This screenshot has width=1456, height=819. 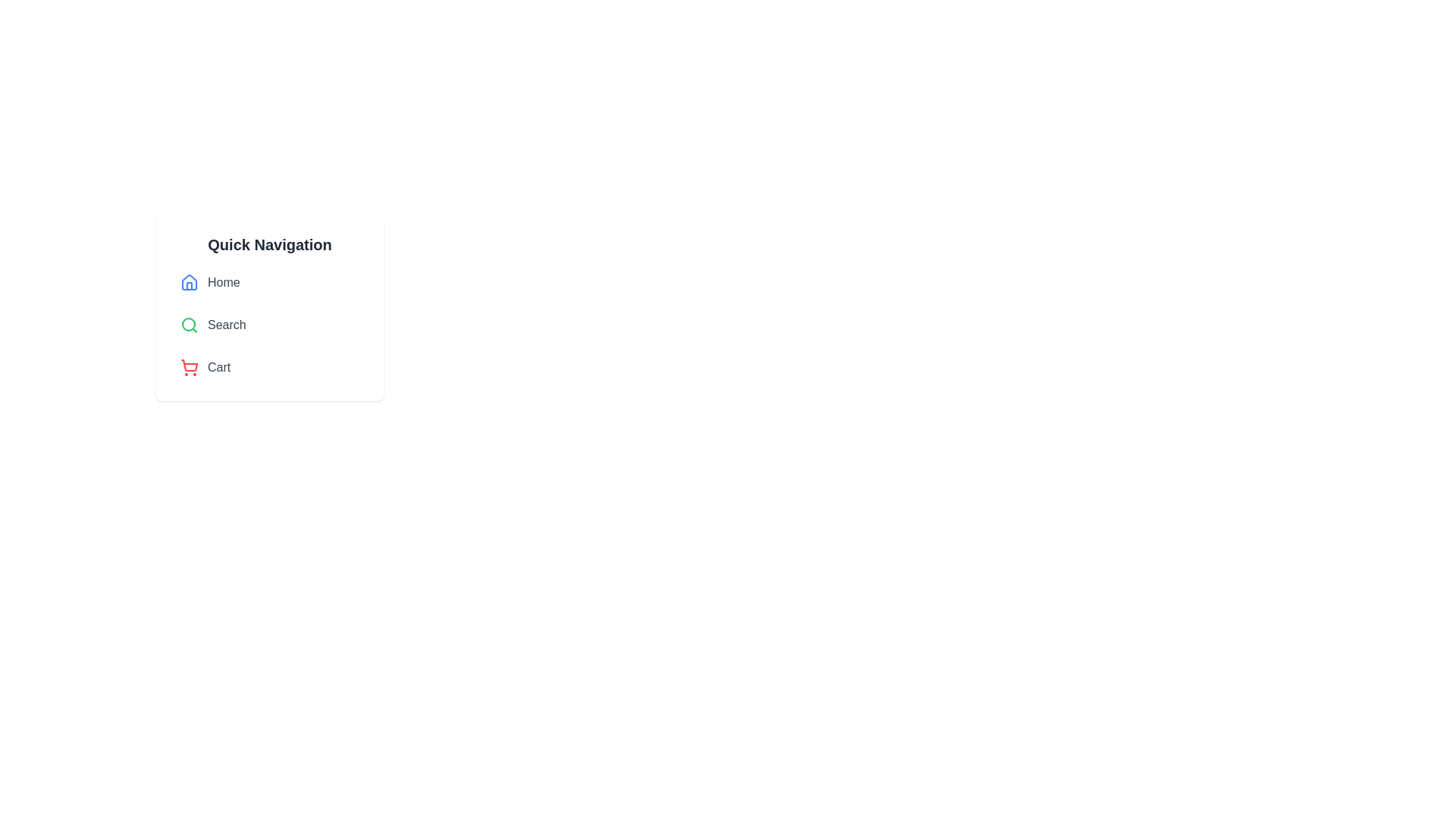 I want to click on the 'Search' hyperlink in the 'Quick Navigation' menu, so click(x=226, y=324).